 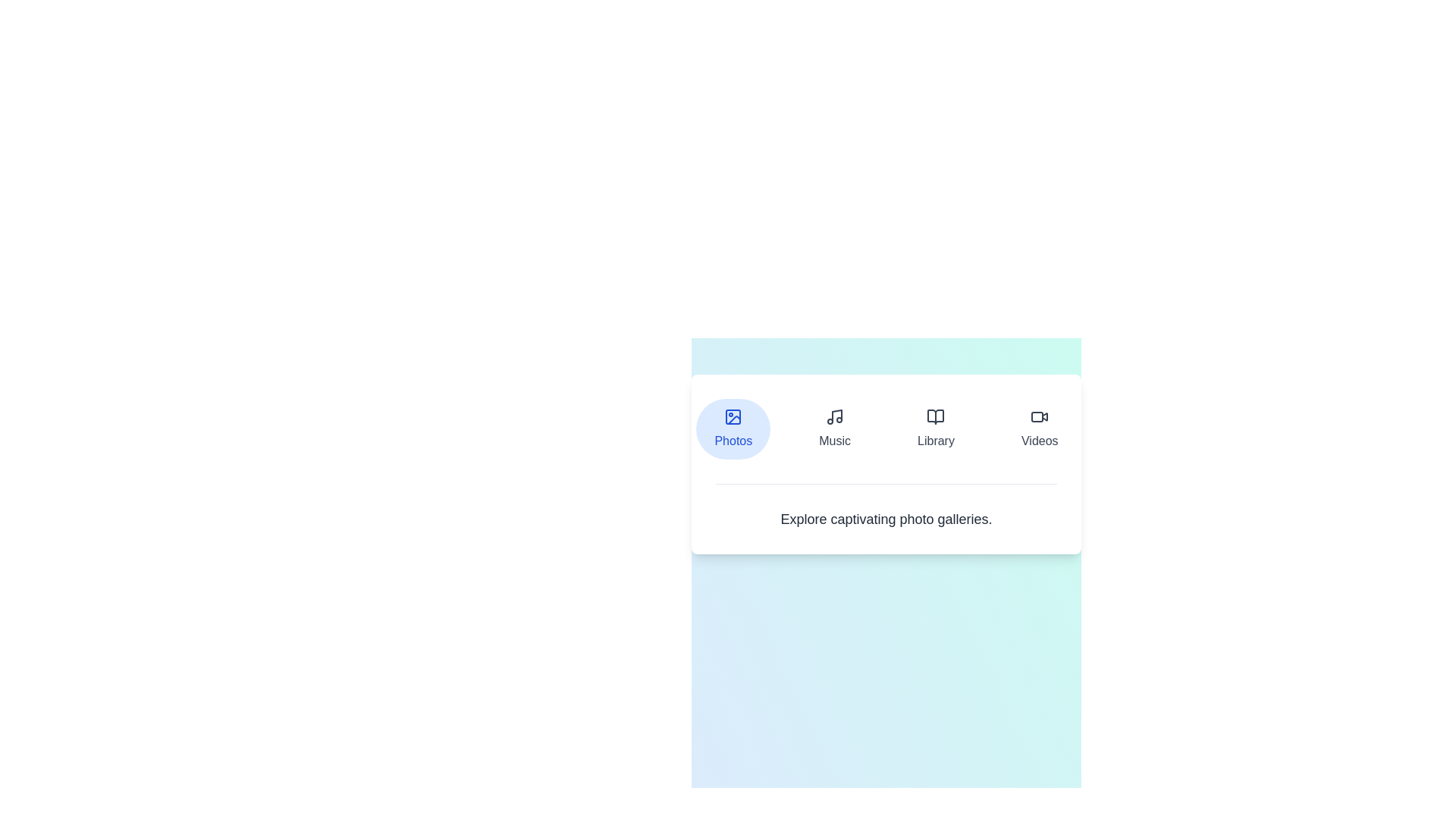 What do you see at coordinates (733, 429) in the screenshot?
I see `the first button in the navigation bar that leads to the photos or images section` at bounding box center [733, 429].